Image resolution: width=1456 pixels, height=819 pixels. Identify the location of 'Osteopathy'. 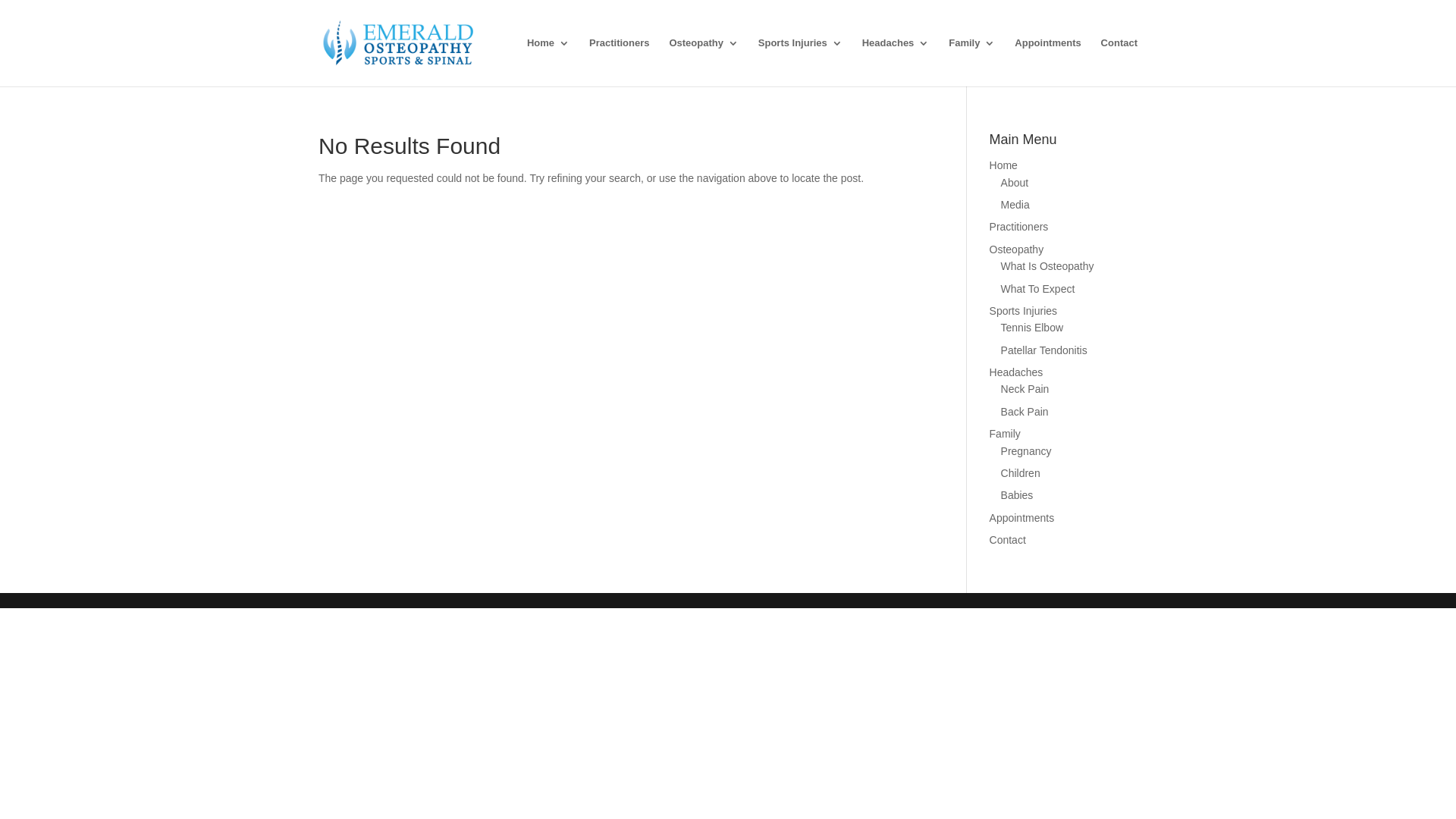
(668, 61).